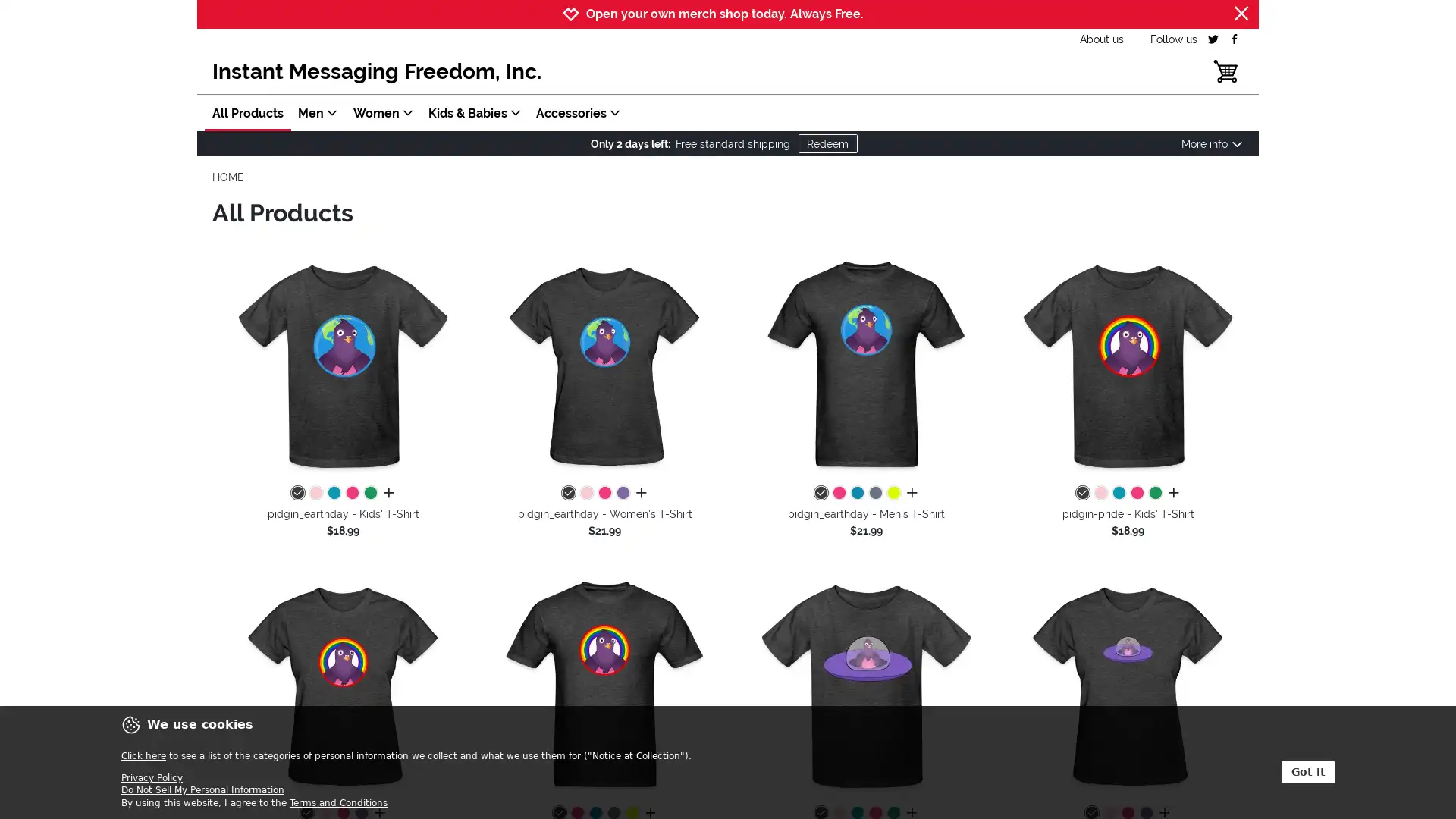  Describe the element at coordinates (819, 494) in the screenshot. I see `heather black` at that location.